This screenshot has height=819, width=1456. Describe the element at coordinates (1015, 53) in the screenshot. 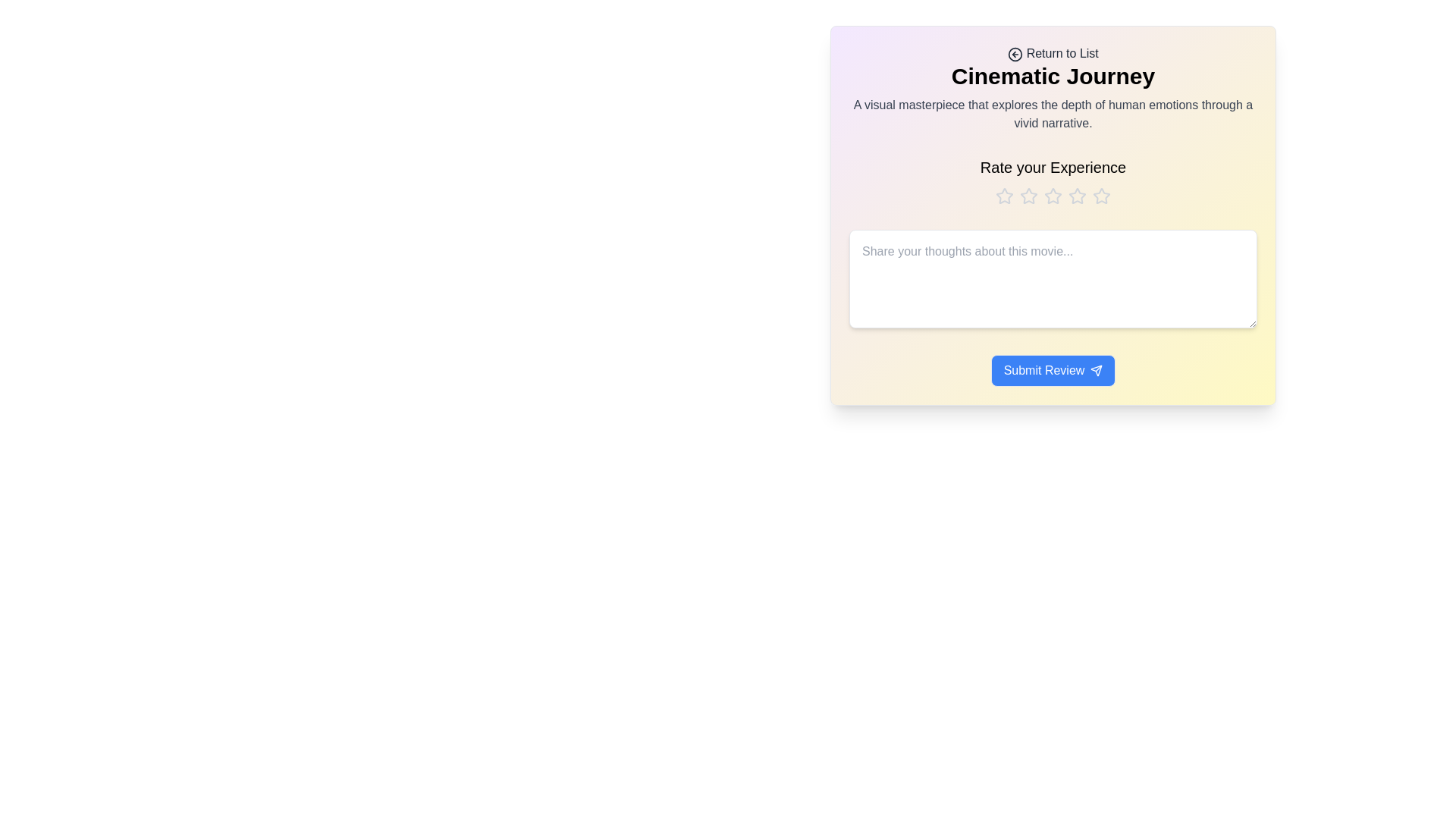

I see `the circular graphic with a red diamond associated with the 'Return to List' button located in the top-left corner of the card` at that location.